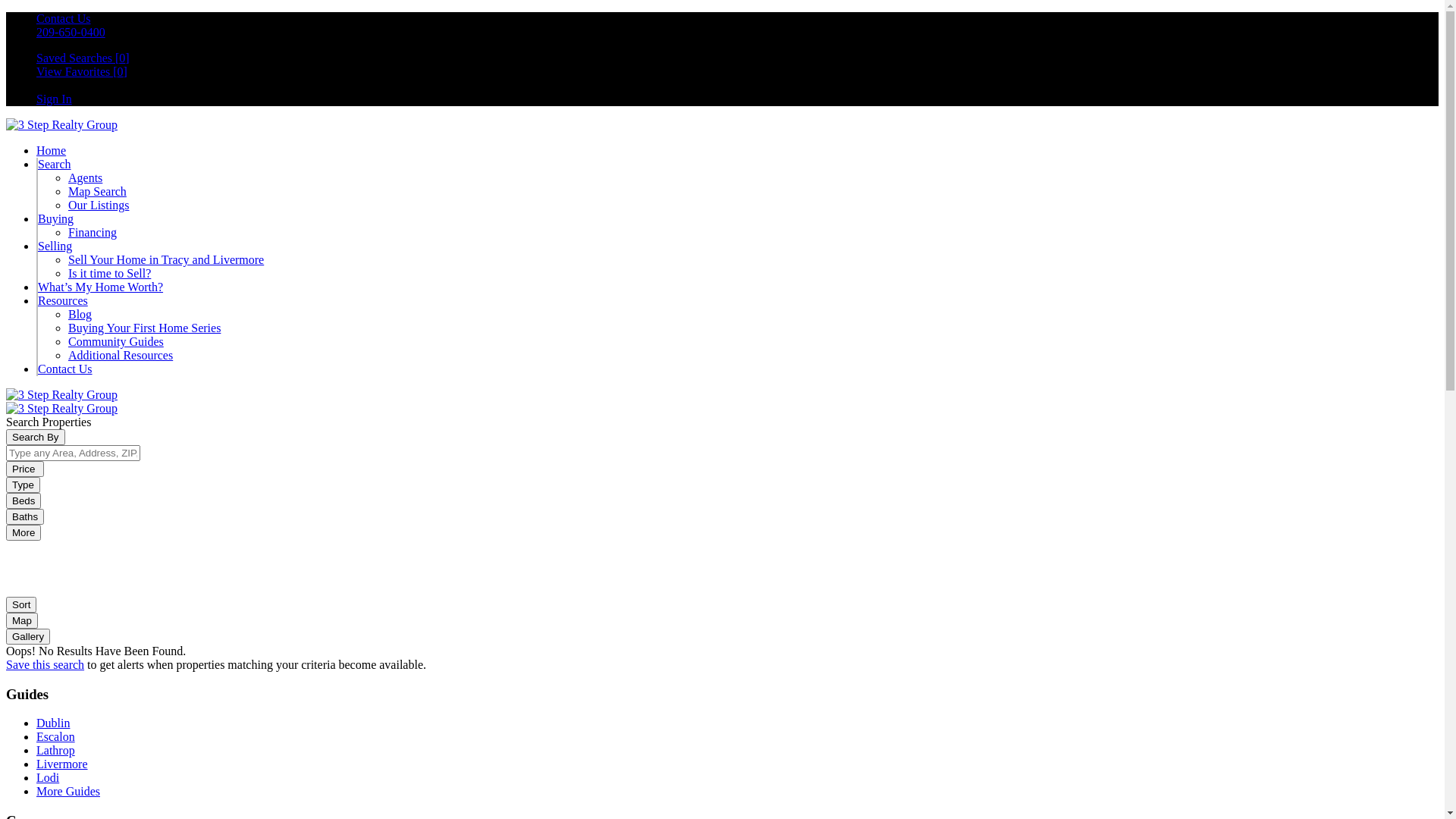  Describe the element at coordinates (36, 790) in the screenshot. I see `'More Guides'` at that location.